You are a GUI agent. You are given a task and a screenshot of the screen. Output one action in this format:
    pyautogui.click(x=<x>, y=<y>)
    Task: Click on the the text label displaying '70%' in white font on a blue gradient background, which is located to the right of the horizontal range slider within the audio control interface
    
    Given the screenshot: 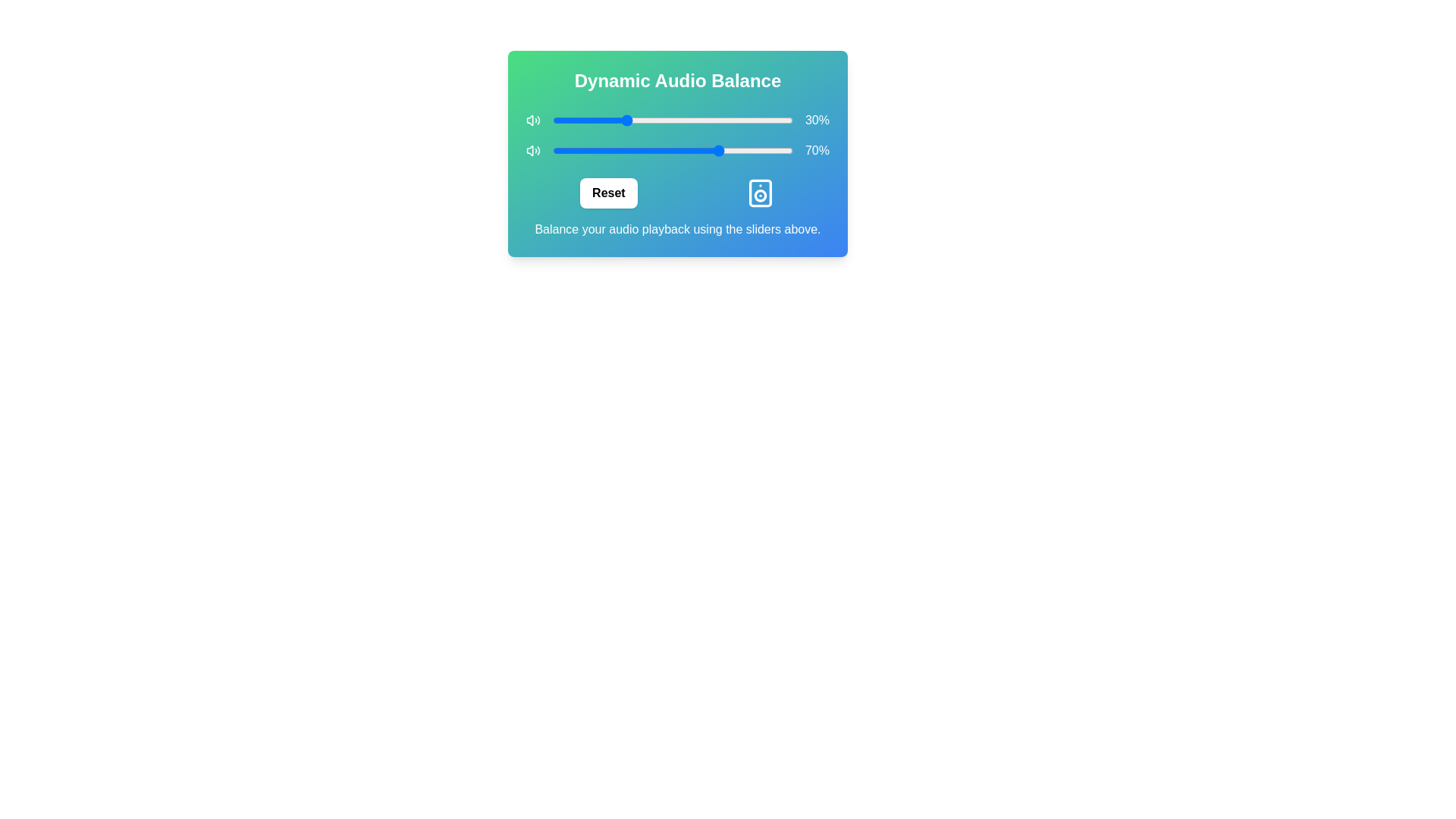 What is the action you would take?
    pyautogui.click(x=816, y=151)
    